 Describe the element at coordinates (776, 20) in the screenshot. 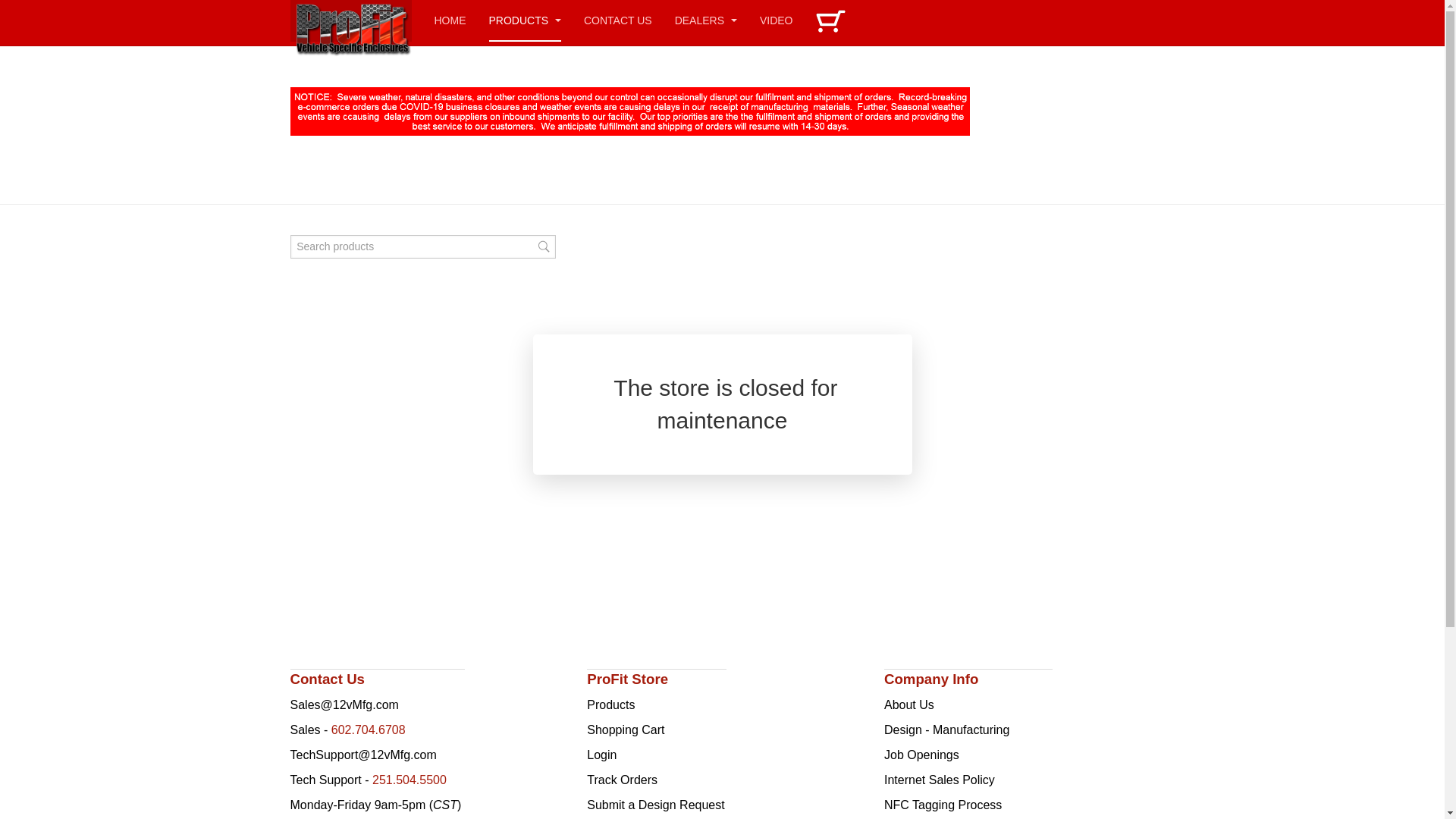

I see `'VIDEO'` at that location.